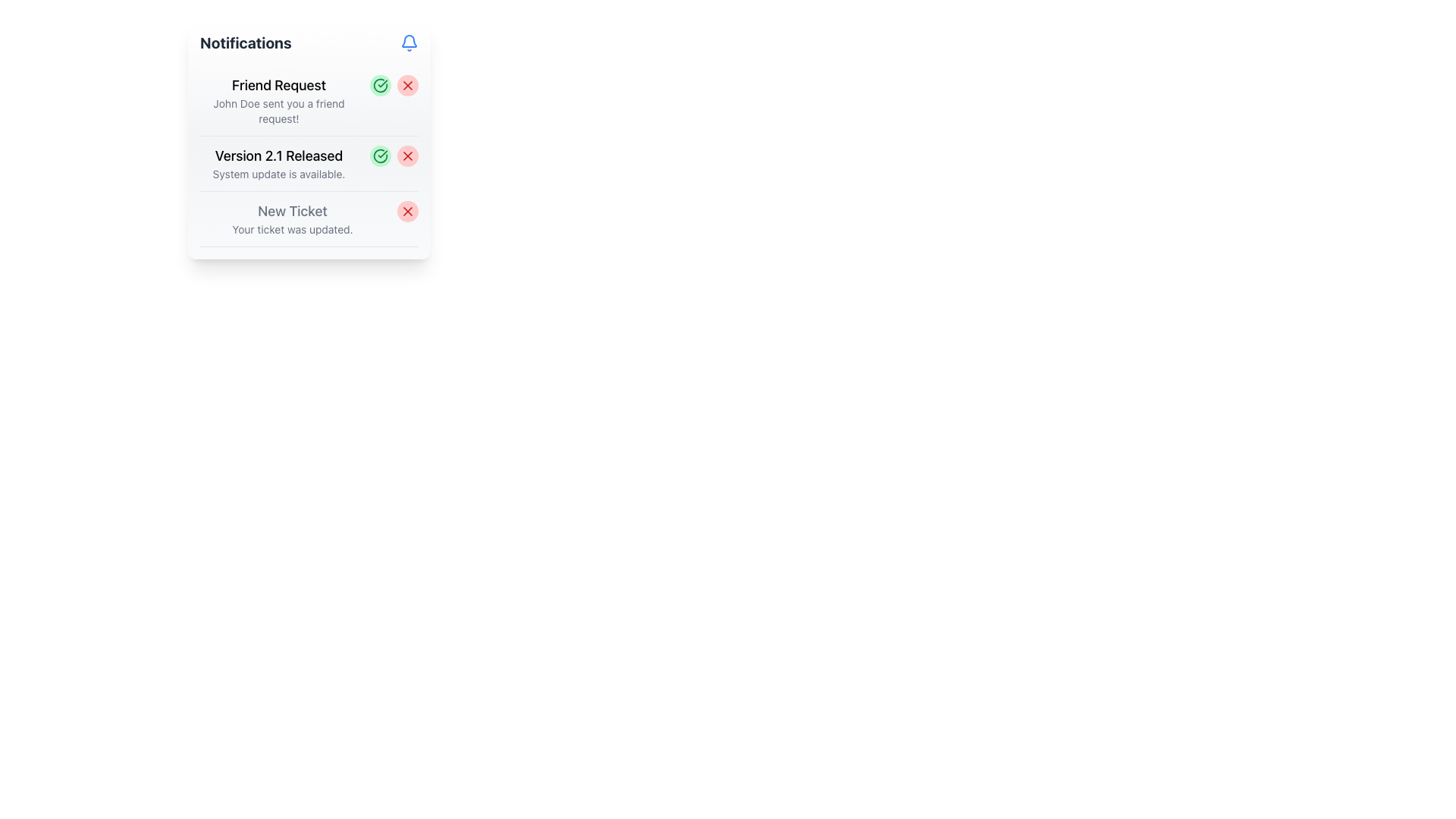  What do you see at coordinates (309, 164) in the screenshot?
I see `the Notification item located in the second row under 'Notifications', which informs about a system update availability with version details` at bounding box center [309, 164].